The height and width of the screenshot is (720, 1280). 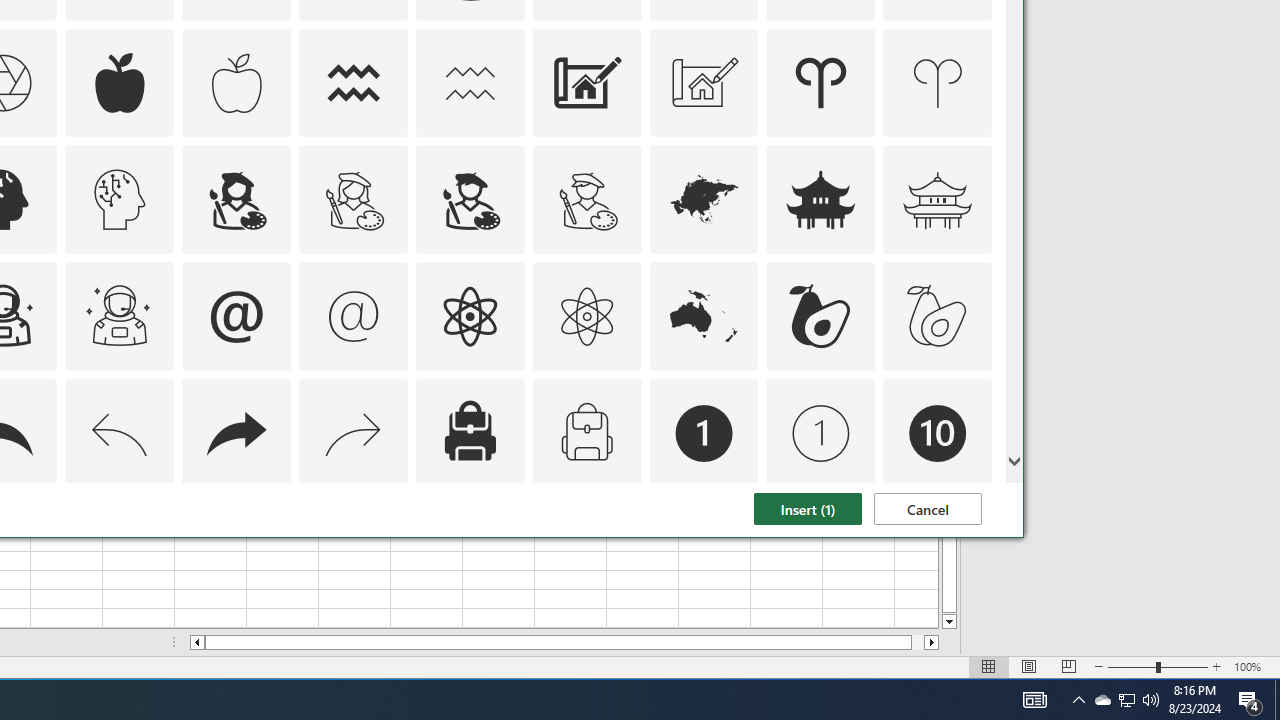 I want to click on 'AutomationID: Icons_Aries_M', so click(x=937, y=81).